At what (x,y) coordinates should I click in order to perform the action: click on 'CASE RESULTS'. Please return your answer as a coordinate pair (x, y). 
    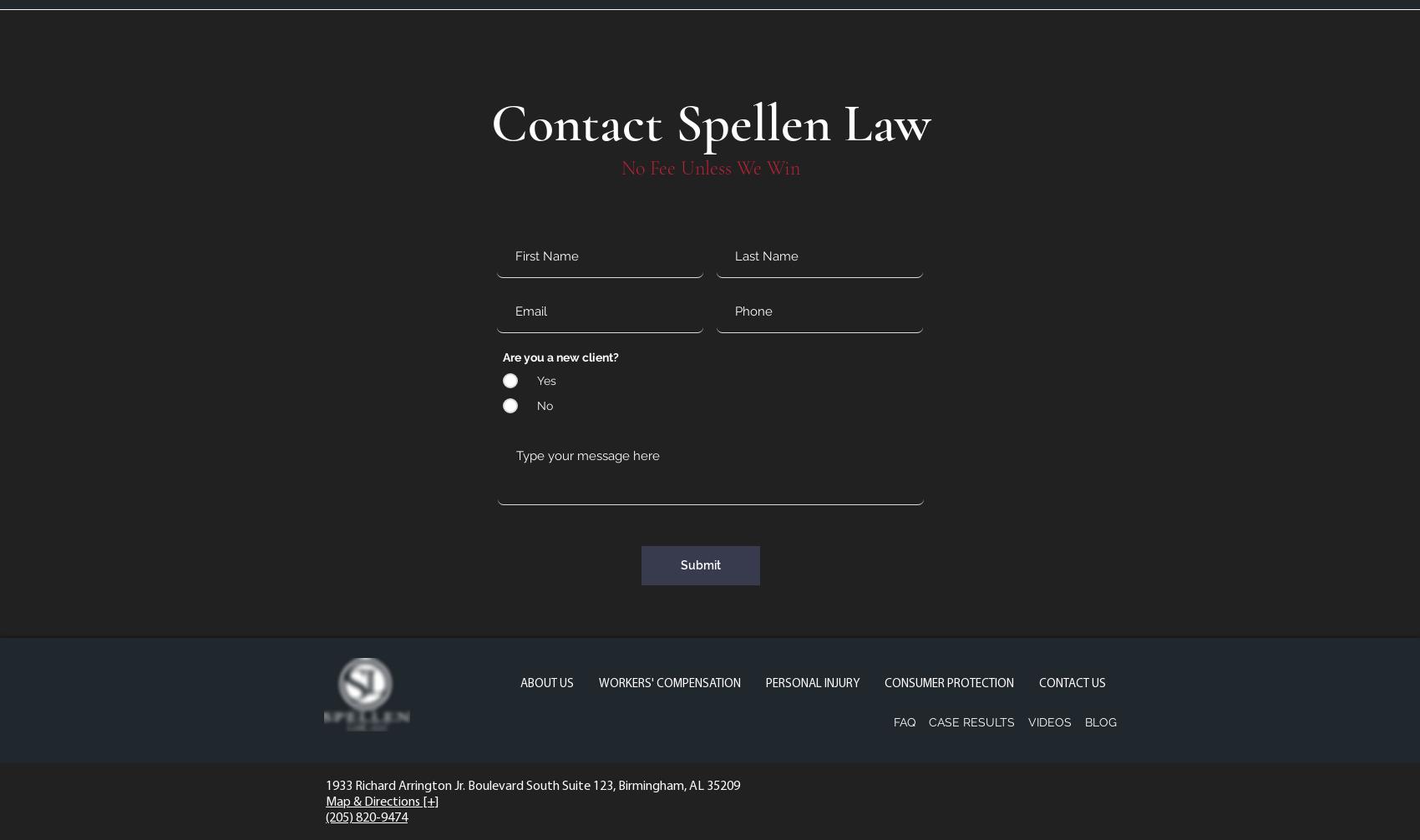
    Looking at the image, I should click on (971, 721).